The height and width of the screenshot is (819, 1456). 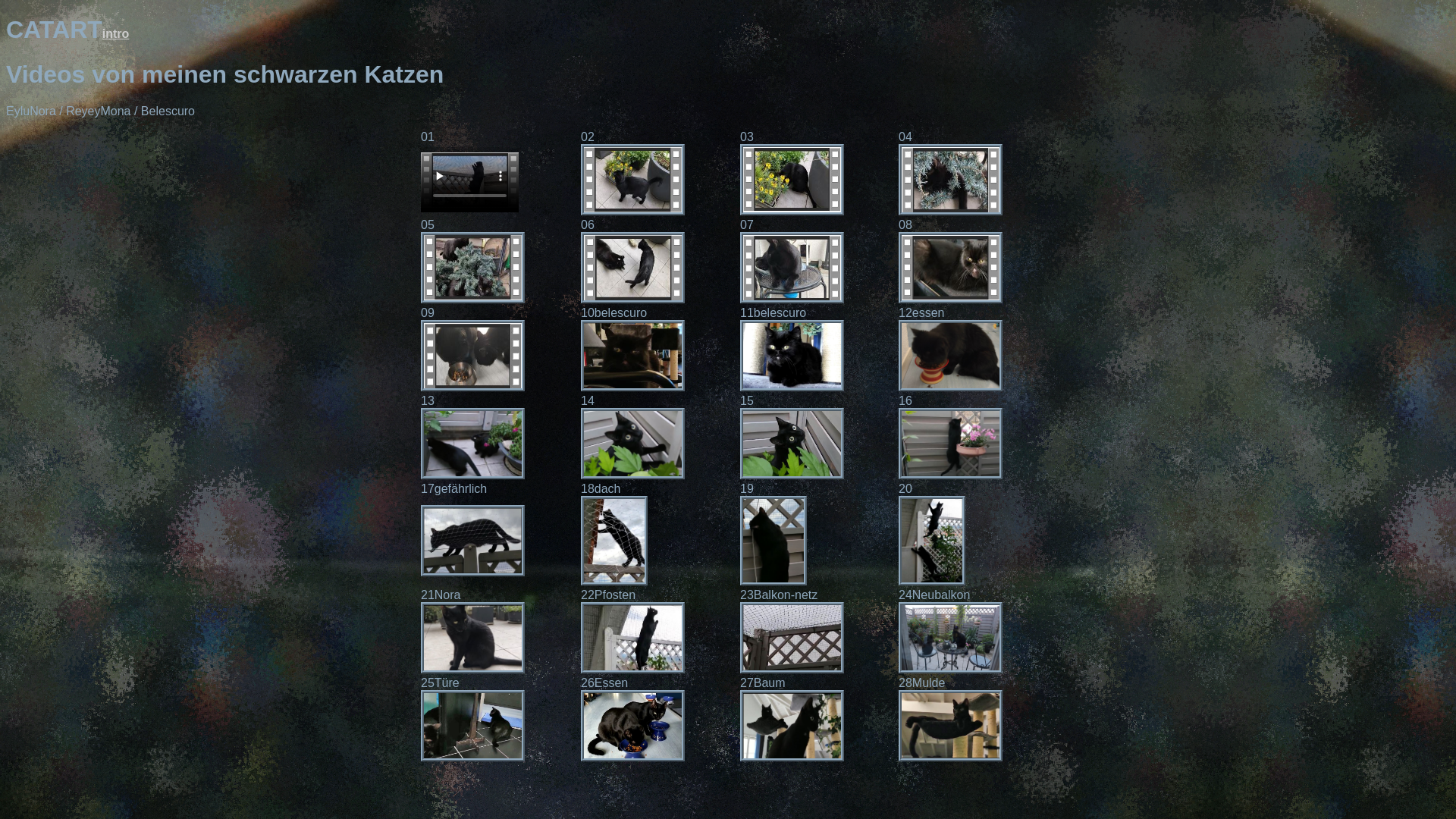 I want to click on 'intro', so click(x=115, y=33).